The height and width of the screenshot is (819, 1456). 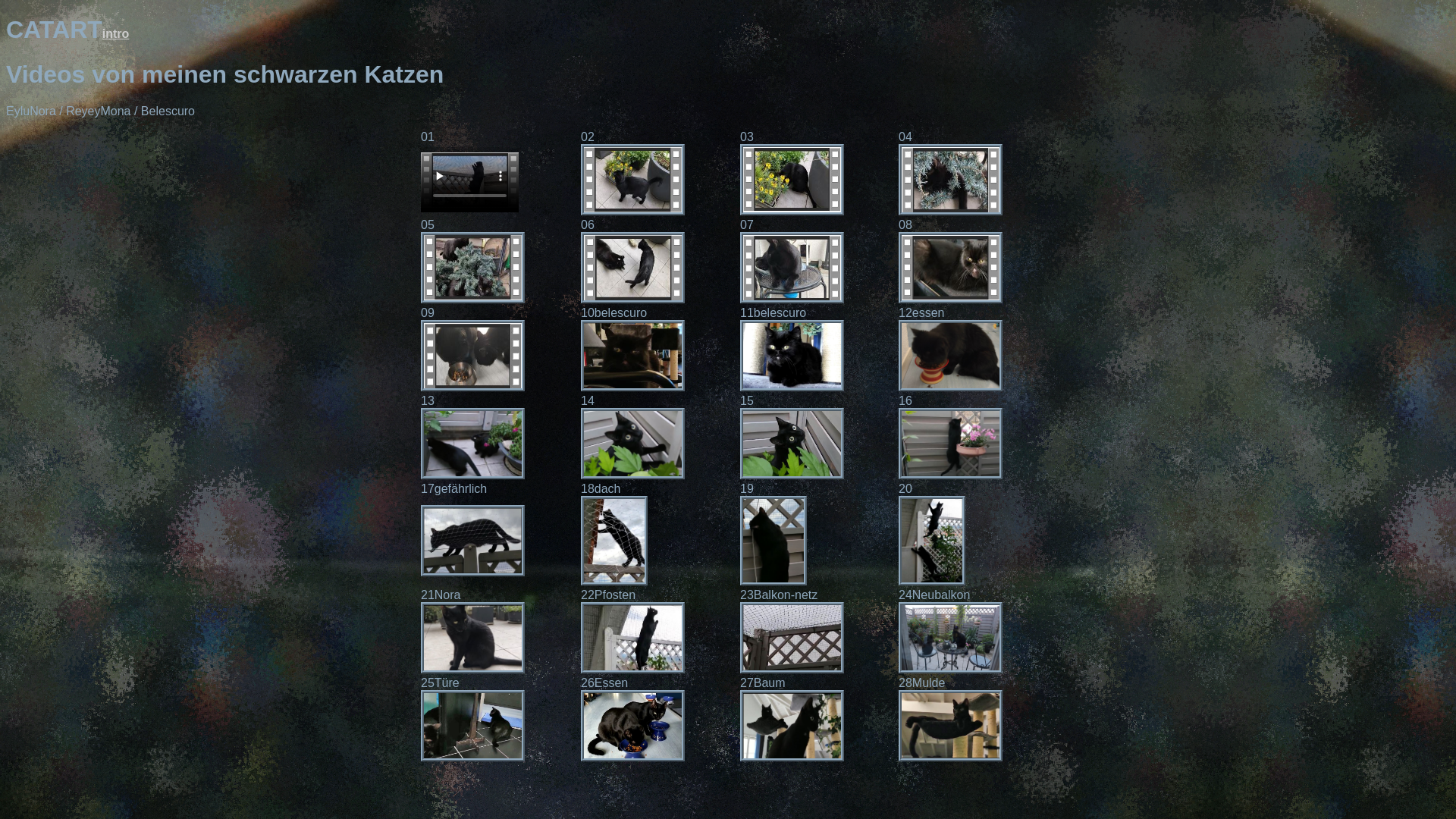 I want to click on 'intro', so click(x=115, y=33).